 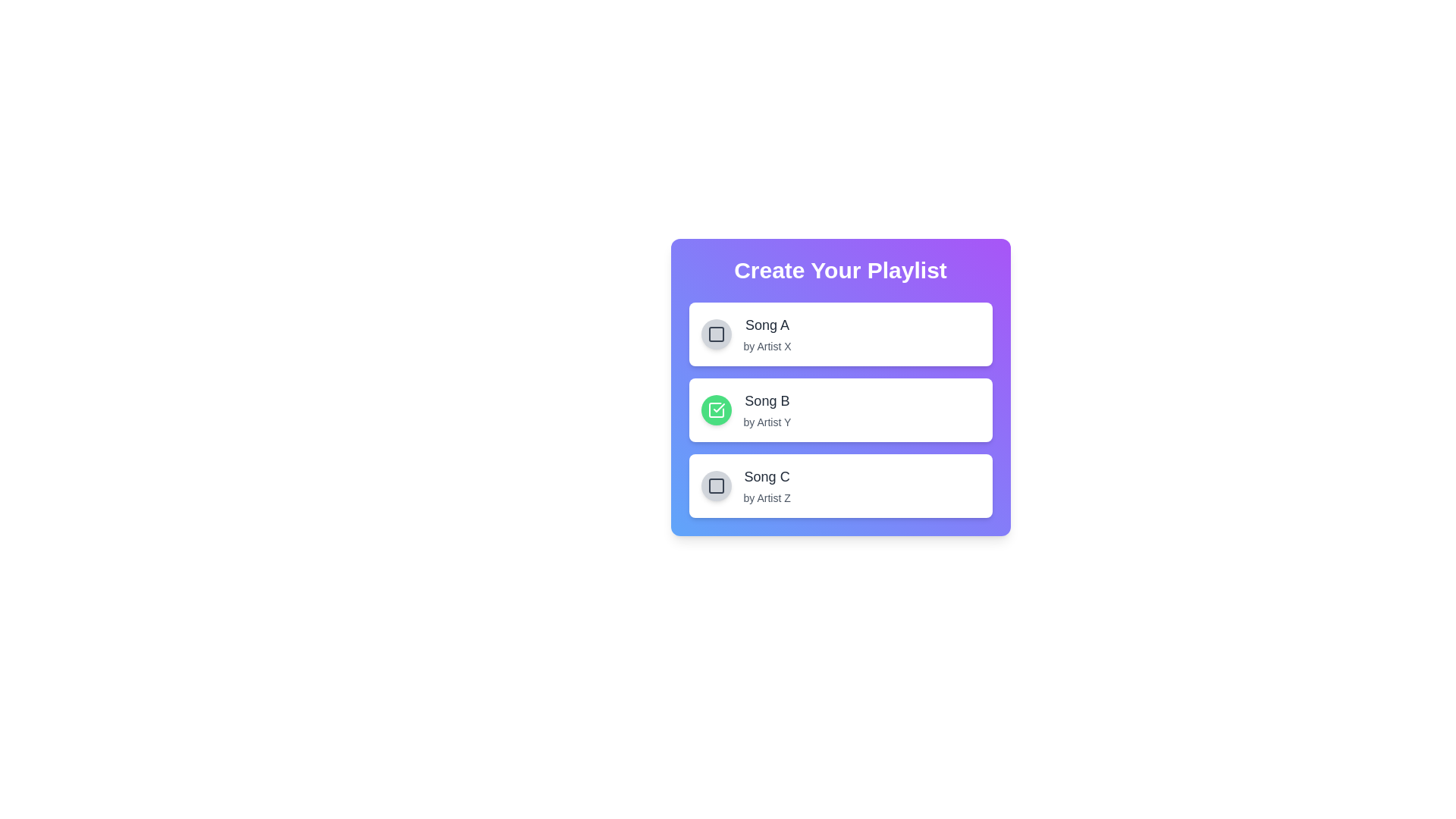 What do you see at coordinates (715, 409) in the screenshot?
I see `the checkbox for Song B by clicking it` at bounding box center [715, 409].